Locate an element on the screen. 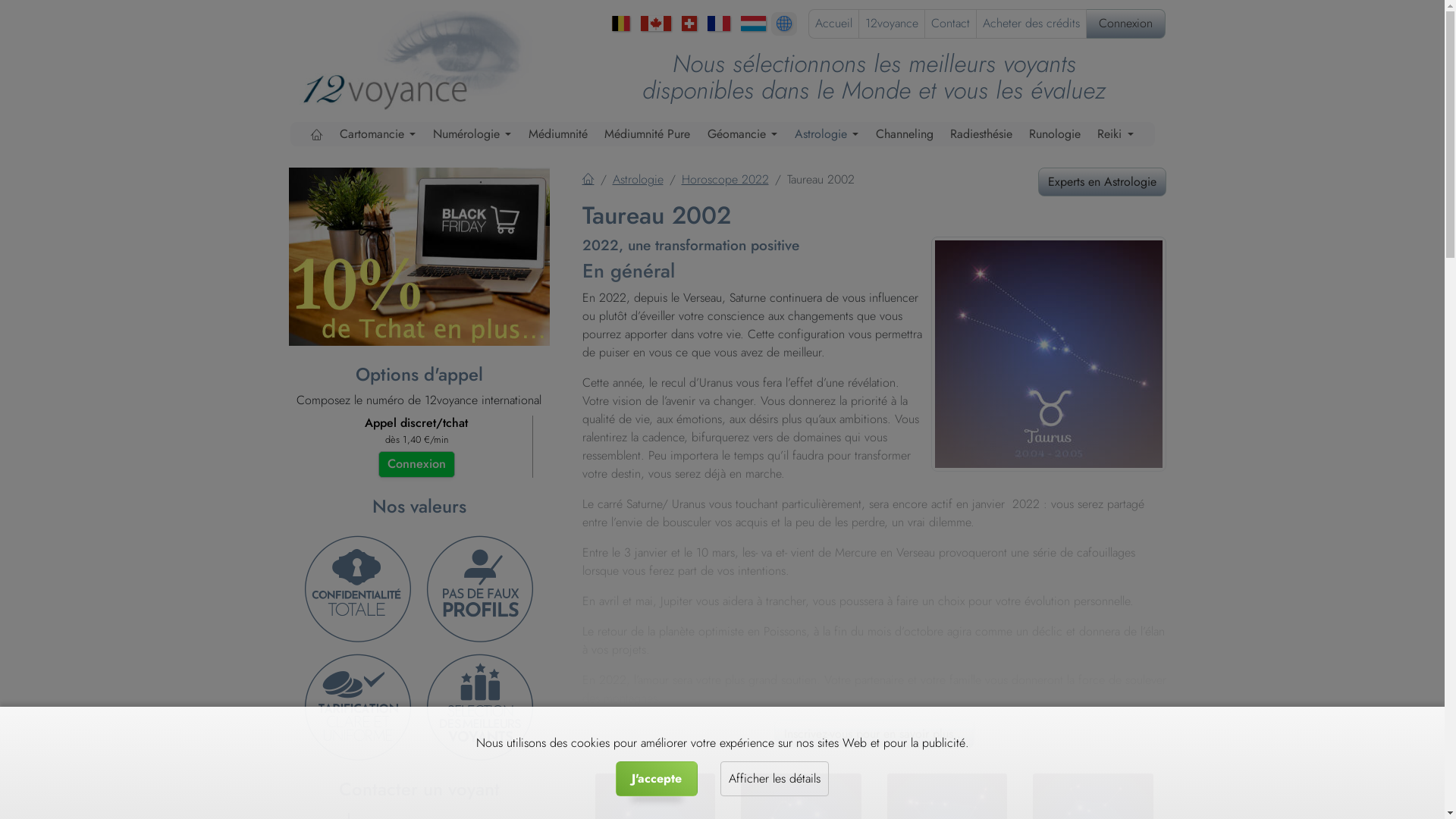 The image size is (1456, 819). 'Runologie' is located at coordinates (1054, 133).